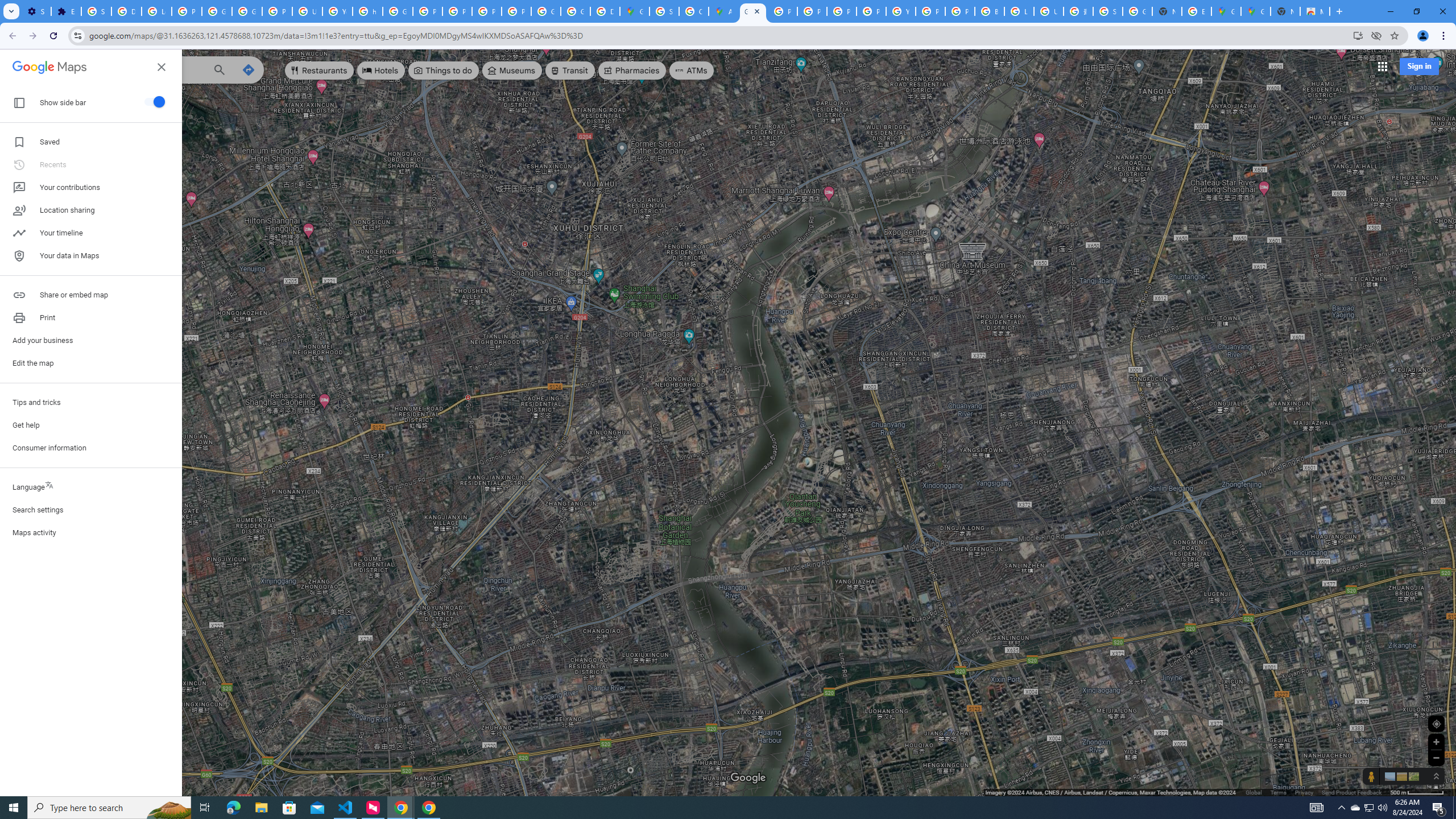 This screenshot has height=819, width=1456. What do you see at coordinates (632, 69) in the screenshot?
I see `'Pharmacies'` at bounding box center [632, 69].